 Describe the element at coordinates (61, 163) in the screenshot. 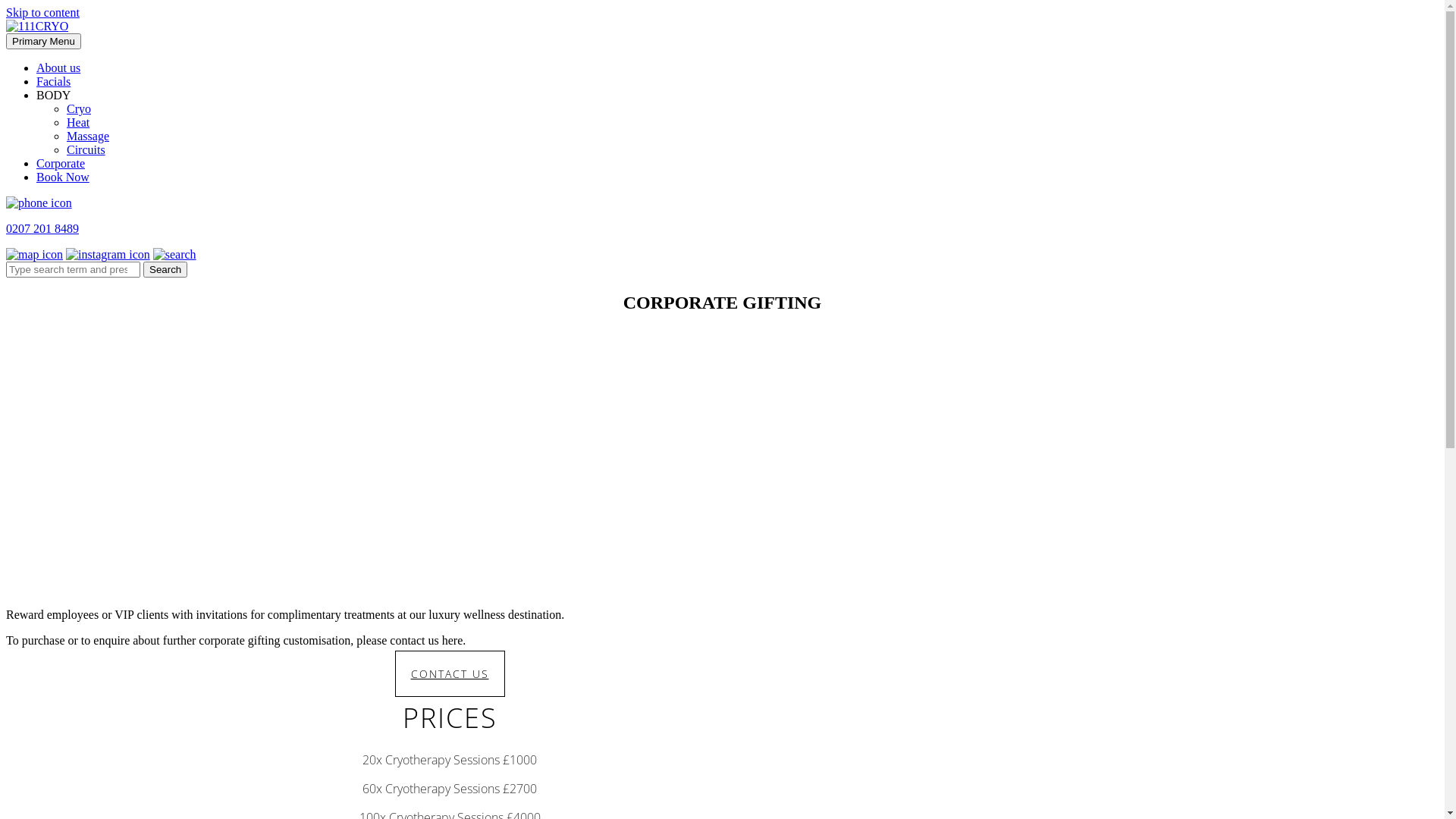

I see `'Corporate'` at that location.